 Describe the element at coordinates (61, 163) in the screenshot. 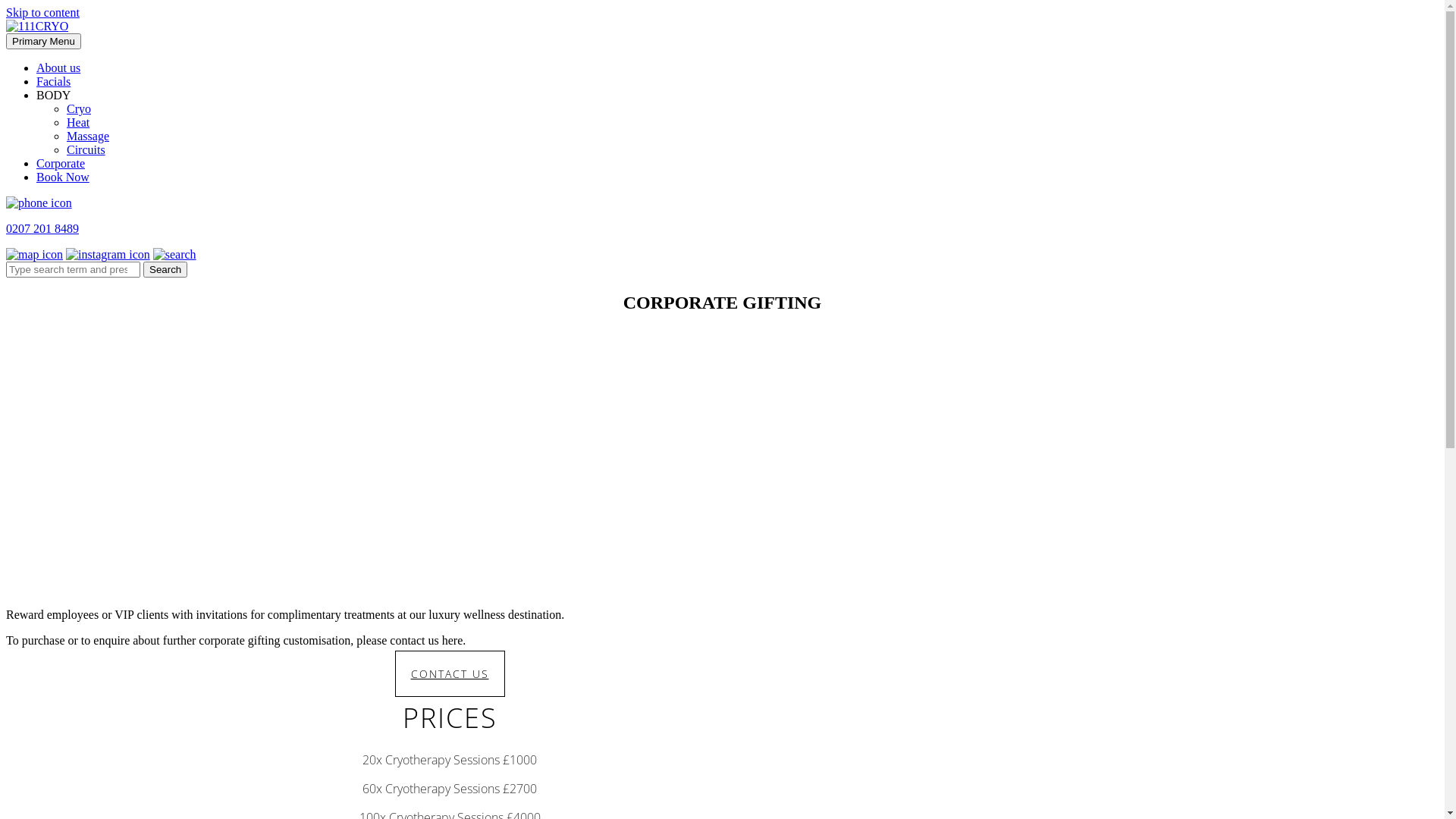

I see `'Corporate'` at that location.